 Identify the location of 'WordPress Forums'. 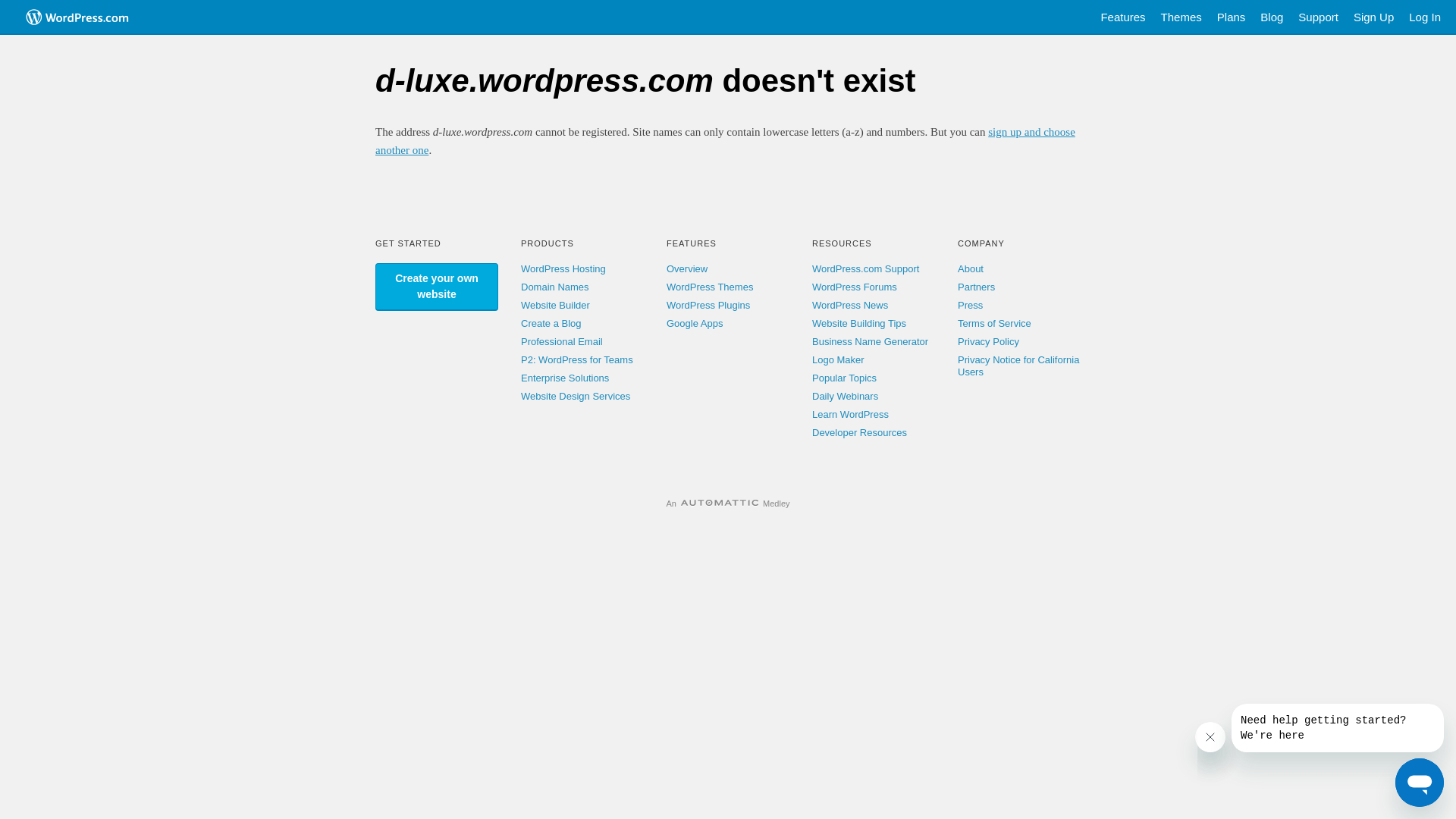
(855, 287).